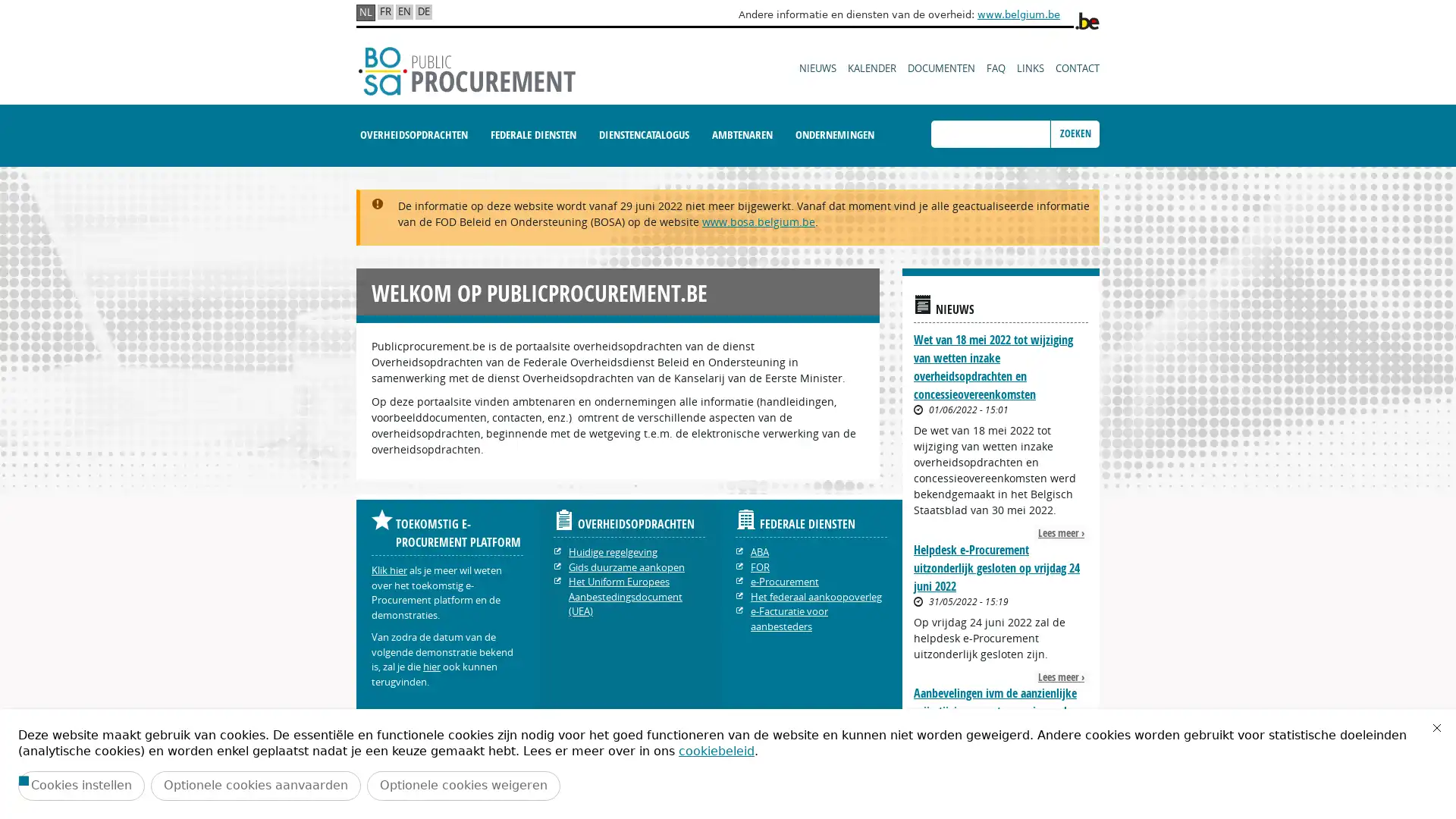 This screenshot has height=819, width=1456. I want to click on Optionele cookies aanvaarden, so click(256, 785).